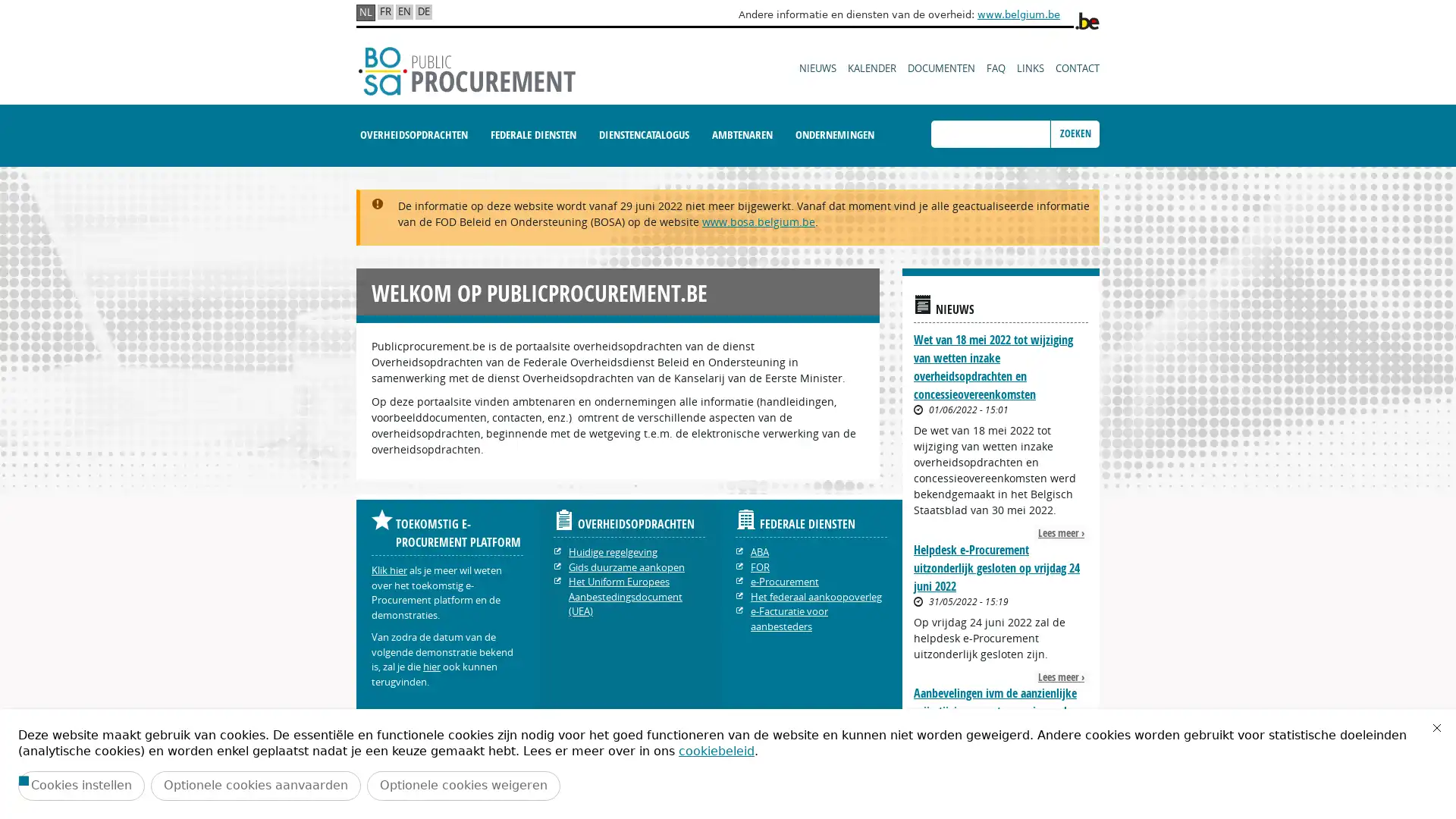 This screenshot has height=819, width=1456. I want to click on Optionele cookies aanvaarden, so click(256, 785).